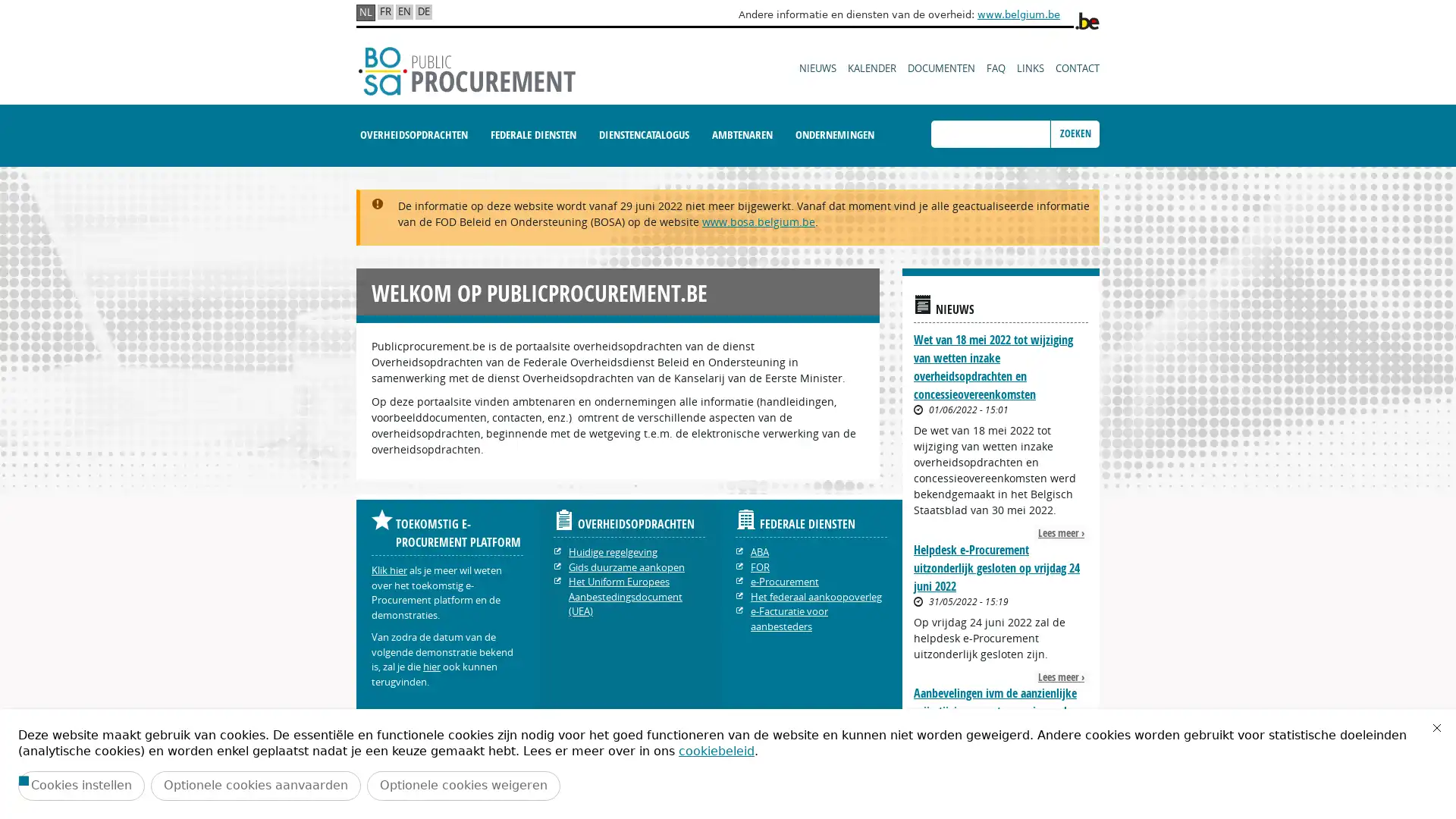 This screenshot has height=819, width=1456. I want to click on Optionele cookies aanvaarden, so click(256, 785).